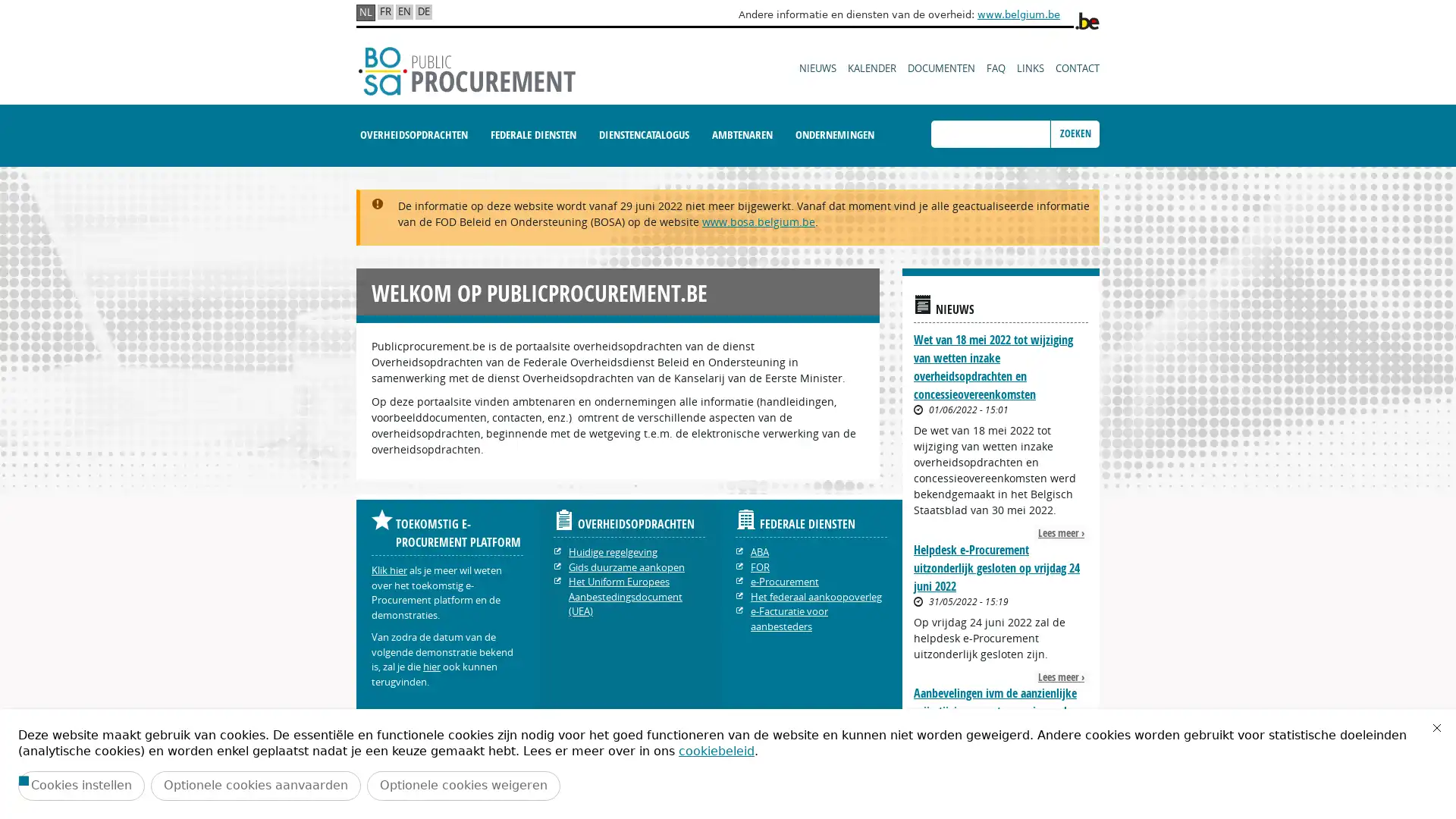 This screenshot has height=819, width=1456. I want to click on Optionele cookies aanvaarden, so click(256, 785).